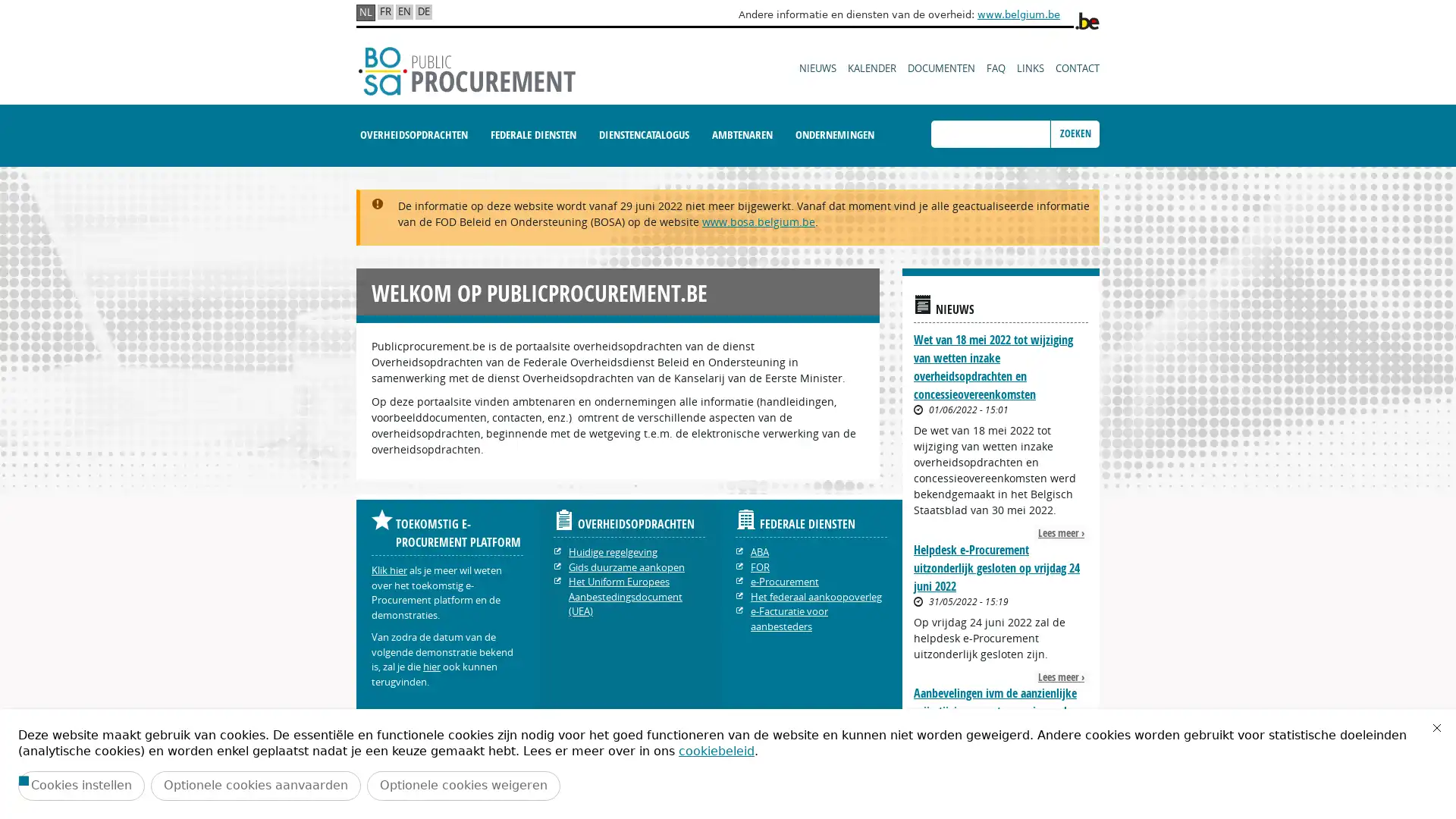 This screenshot has height=819, width=1456. I want to click on Optionele cookies aanvaarden, so click(256, 785).